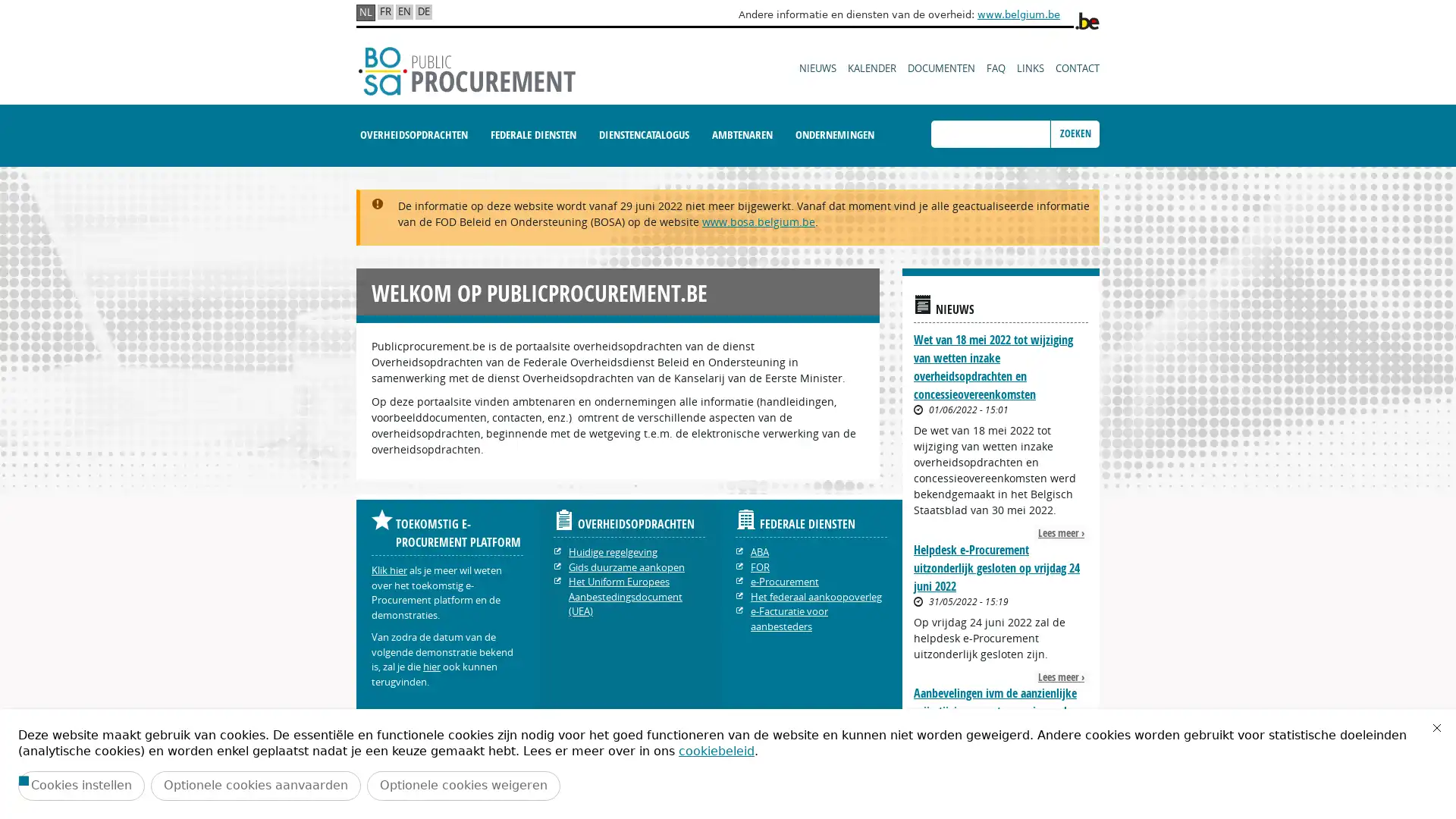 This screenshot has height=819, width=1456. I want to click on Optionele cookies aanvaarden, so click(256, 785).